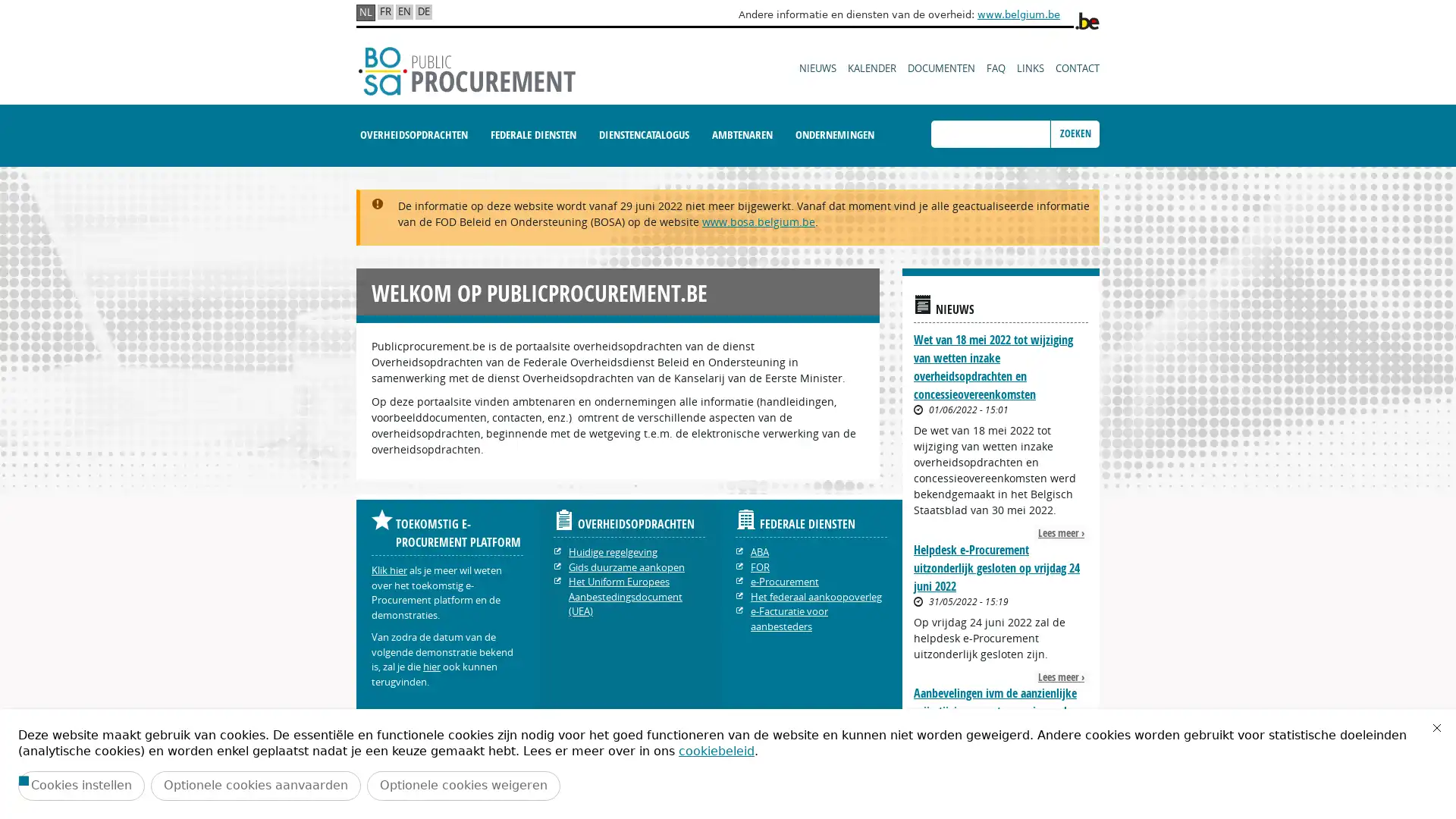 This screenshot has height=819, width=1456. I want to click on Optionele cookies aanvaarden, so click(256, 785).